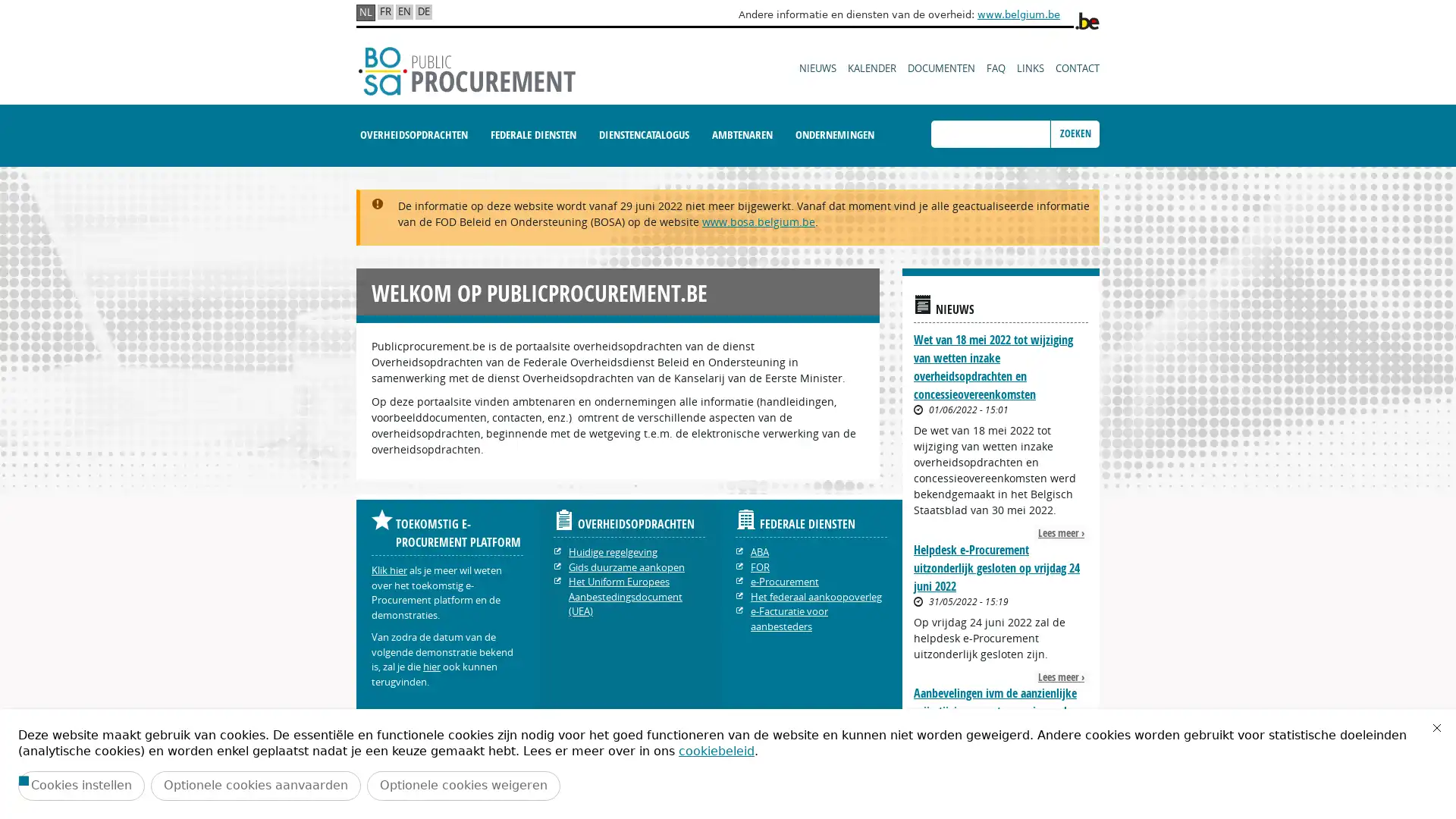 This screenshot has height=819, width=1456. I want to click on Optionele cookies aanvaarden, so click(256, 785).